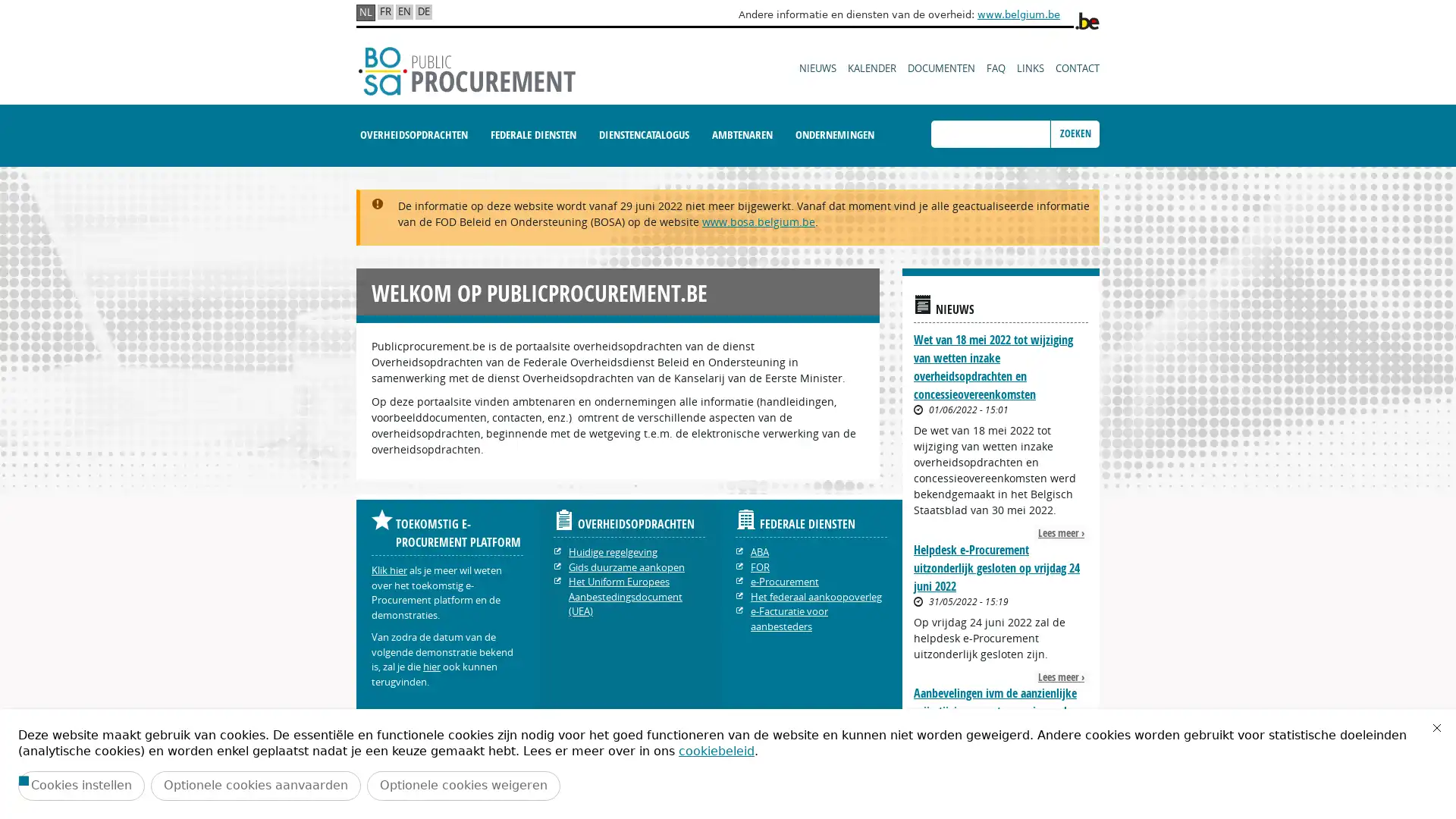 This screenshot has height=819, width=1456. I want to click on Optionele cookies aanvaarden, so click(256, 785).